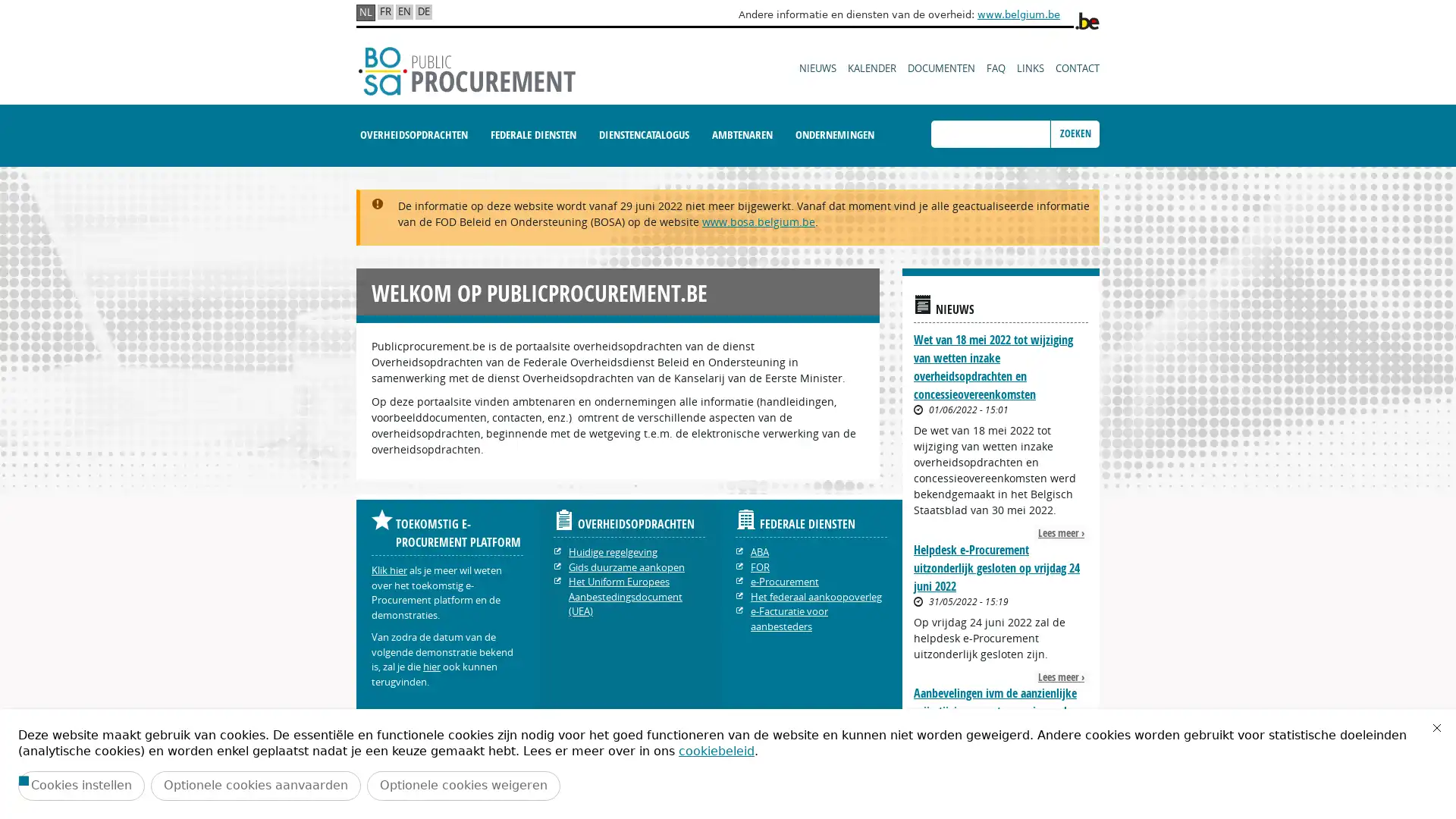 This screenshot has height=819, width=1456. I want to click on Optionele cookies aanvaarden, so click(256, 785).